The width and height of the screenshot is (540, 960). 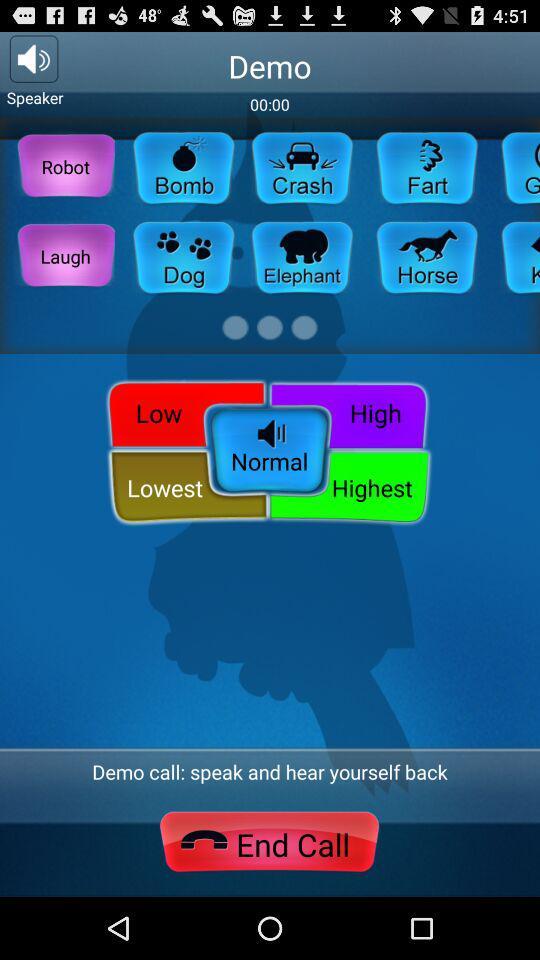 I want to click on the chat icon, so click(x=301, y=275).